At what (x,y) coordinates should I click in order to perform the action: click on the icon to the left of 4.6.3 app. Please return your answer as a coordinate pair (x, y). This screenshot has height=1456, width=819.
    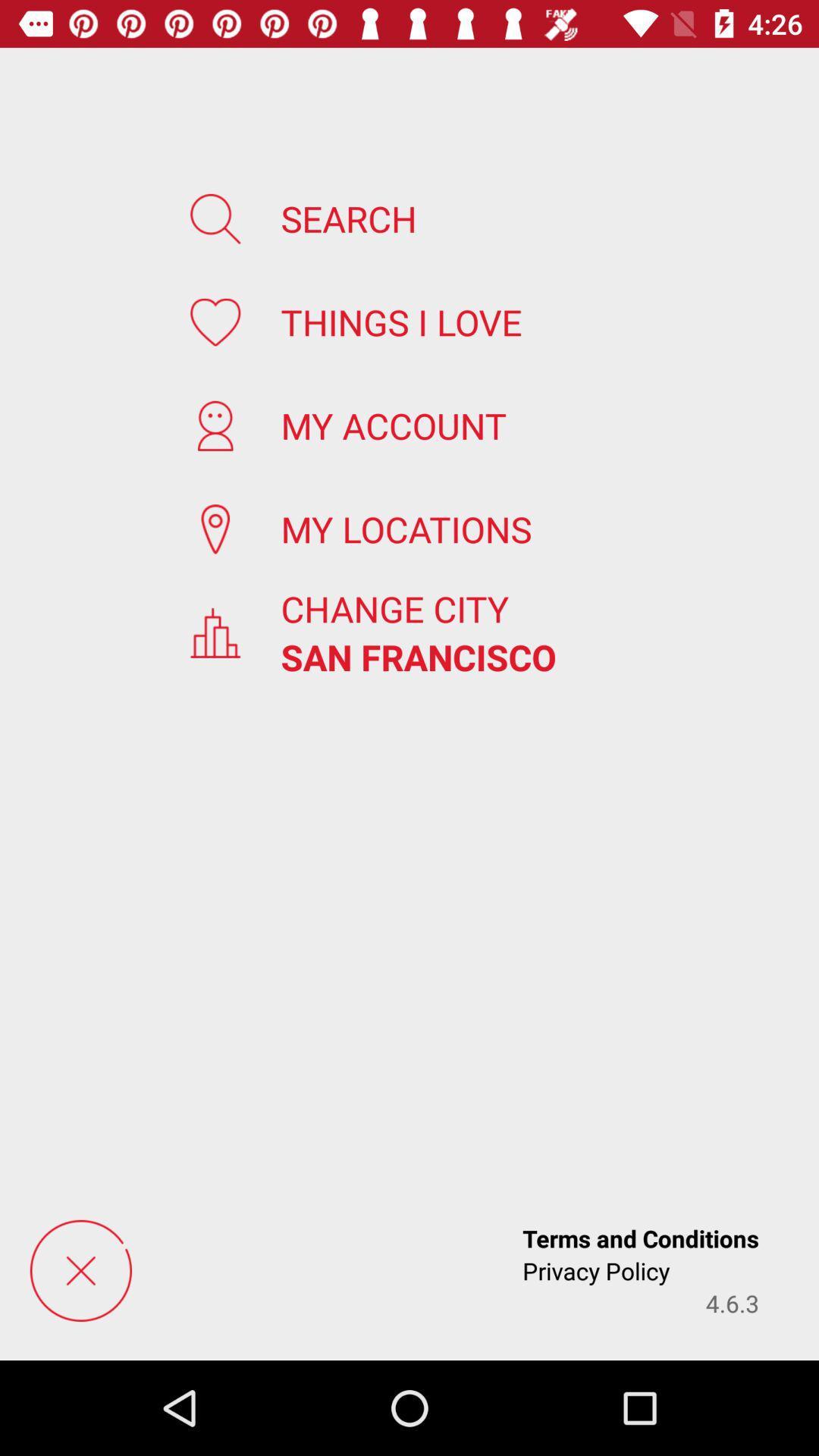
    Looking at the image, I should click on (595, 1270).